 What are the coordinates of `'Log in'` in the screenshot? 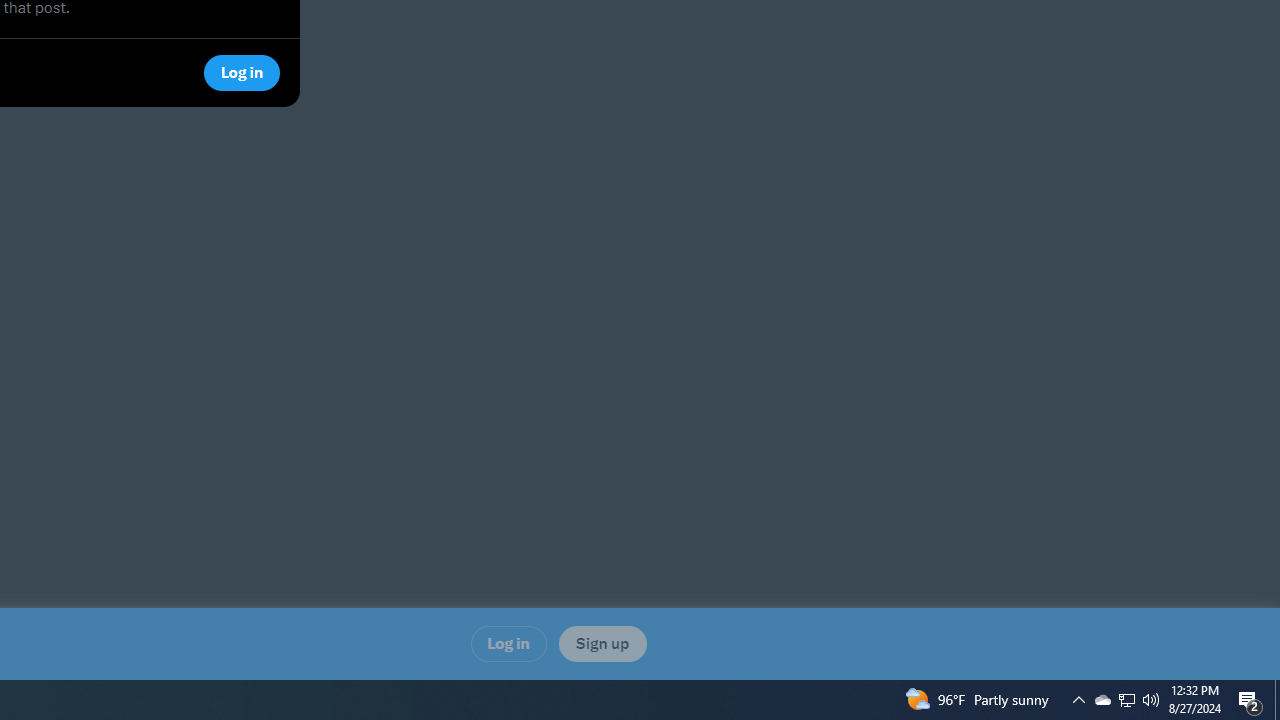 It's located at (508, 643).